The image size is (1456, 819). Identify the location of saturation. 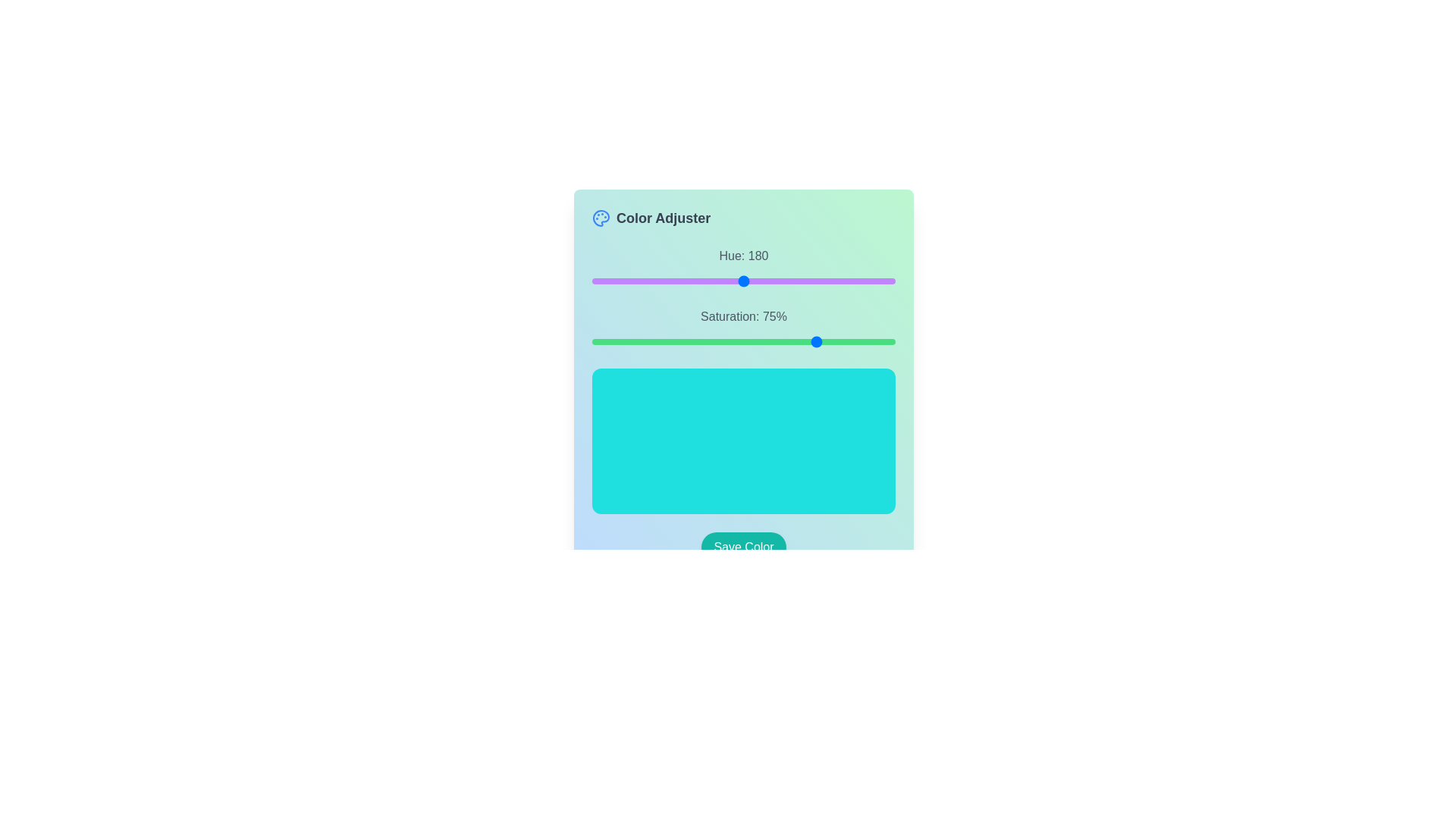
(850, 342).